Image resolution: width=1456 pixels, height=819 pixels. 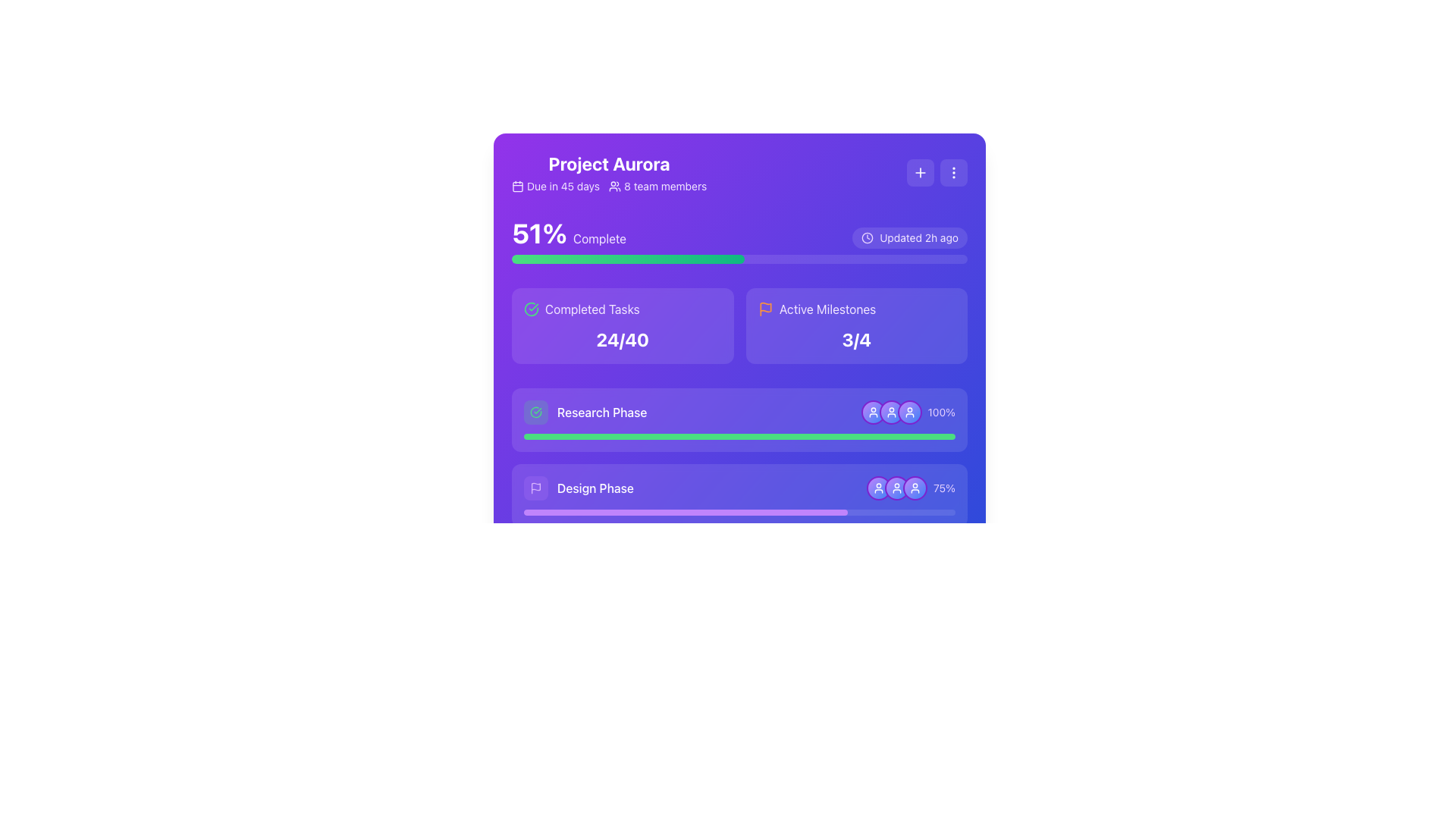 I want to click on the text indicating the number of team members associated with the project, located to the right of the group icon in the header section near 'Project Aurora', so click(x=665, y=186).